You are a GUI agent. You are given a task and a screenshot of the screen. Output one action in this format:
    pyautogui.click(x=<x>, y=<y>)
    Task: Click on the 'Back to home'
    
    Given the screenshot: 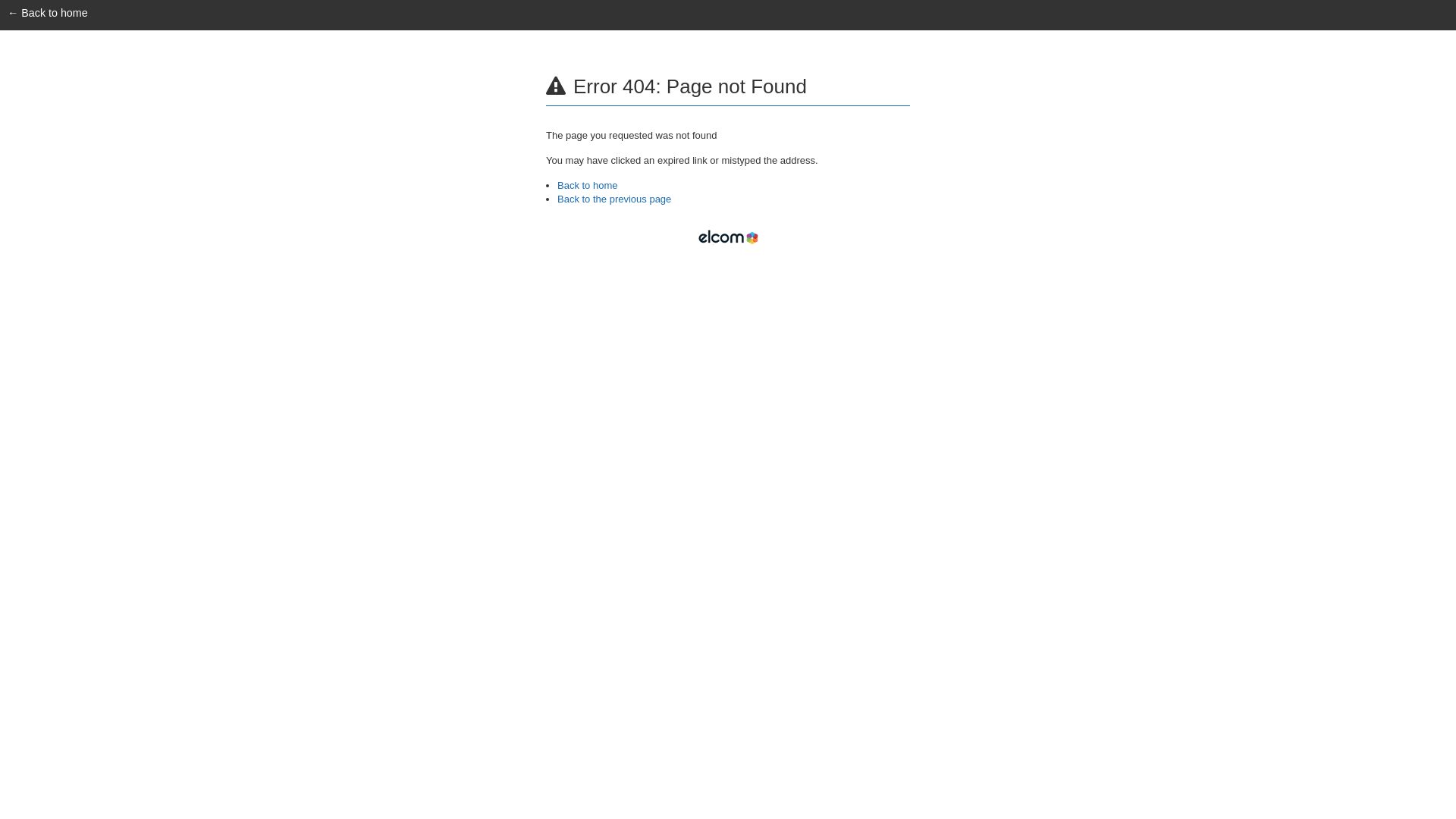 What is the action you would take?
    pyautogui.click(x=586, y=185)
    